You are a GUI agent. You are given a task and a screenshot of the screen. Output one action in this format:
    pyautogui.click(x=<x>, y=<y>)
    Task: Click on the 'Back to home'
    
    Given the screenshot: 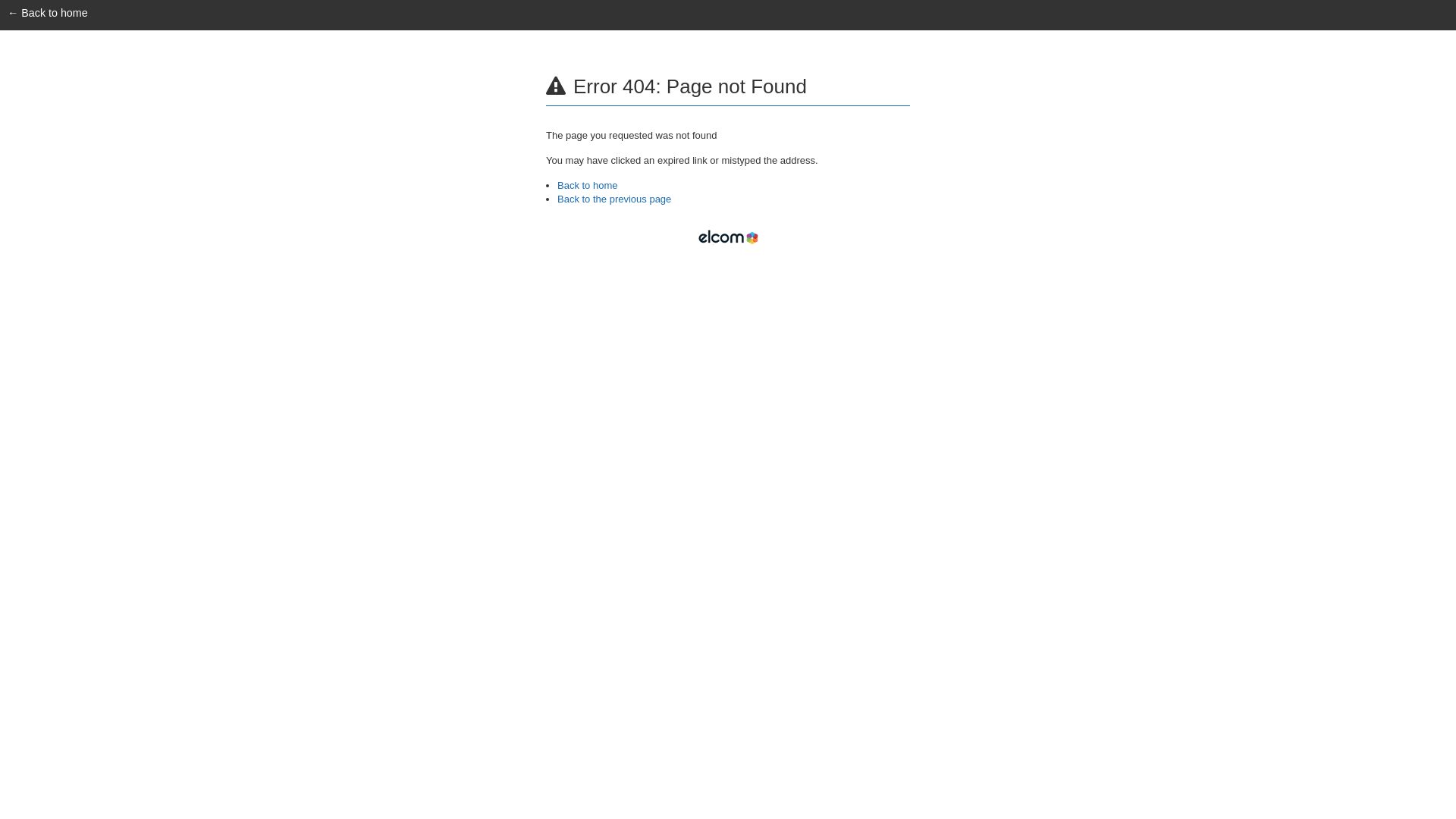 What is the action you would take?
    pyautogui.click(x=586, y=185)
    